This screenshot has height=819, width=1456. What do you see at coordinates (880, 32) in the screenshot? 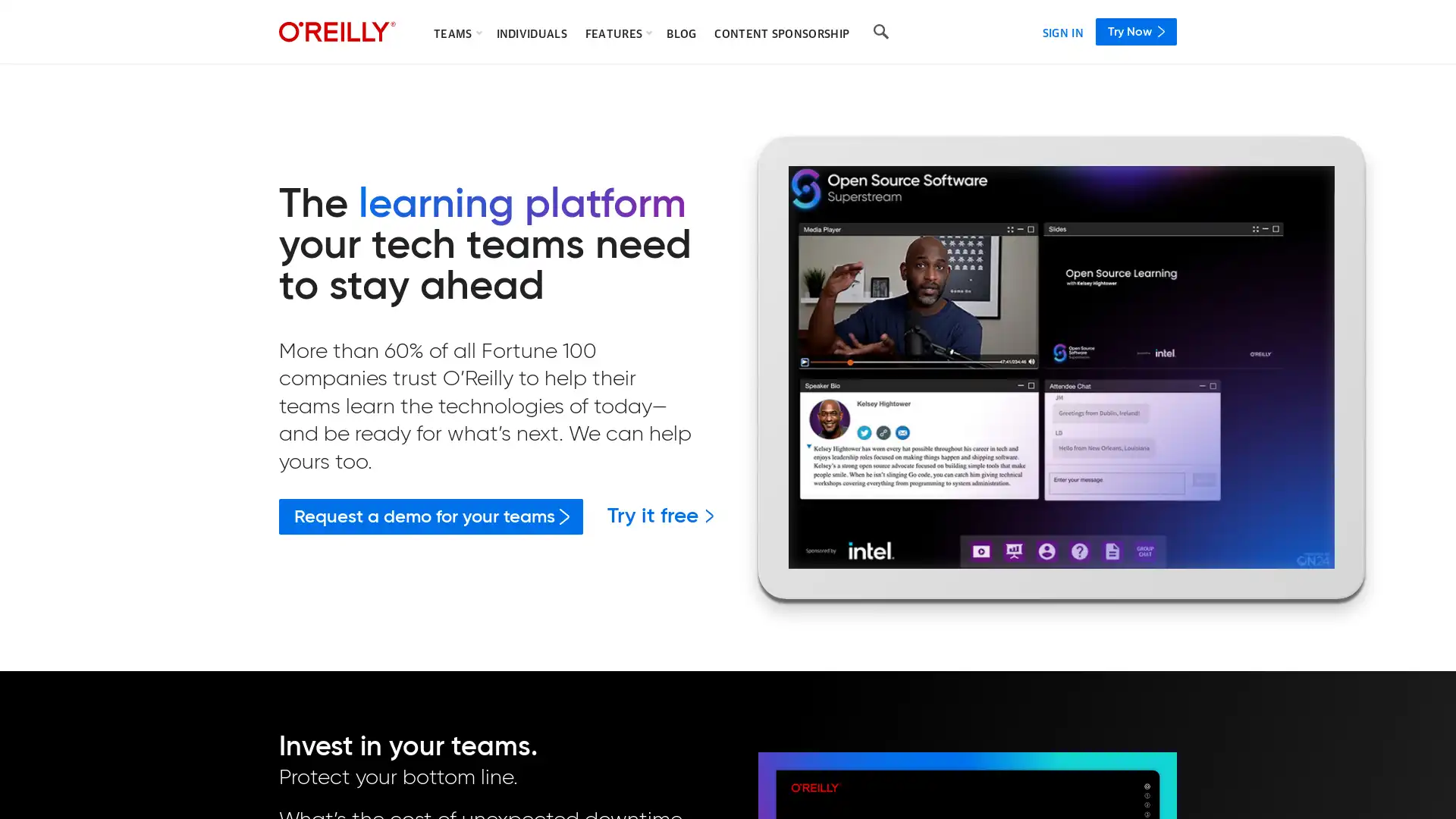
I see `Search` at bounding box center [880, 32].